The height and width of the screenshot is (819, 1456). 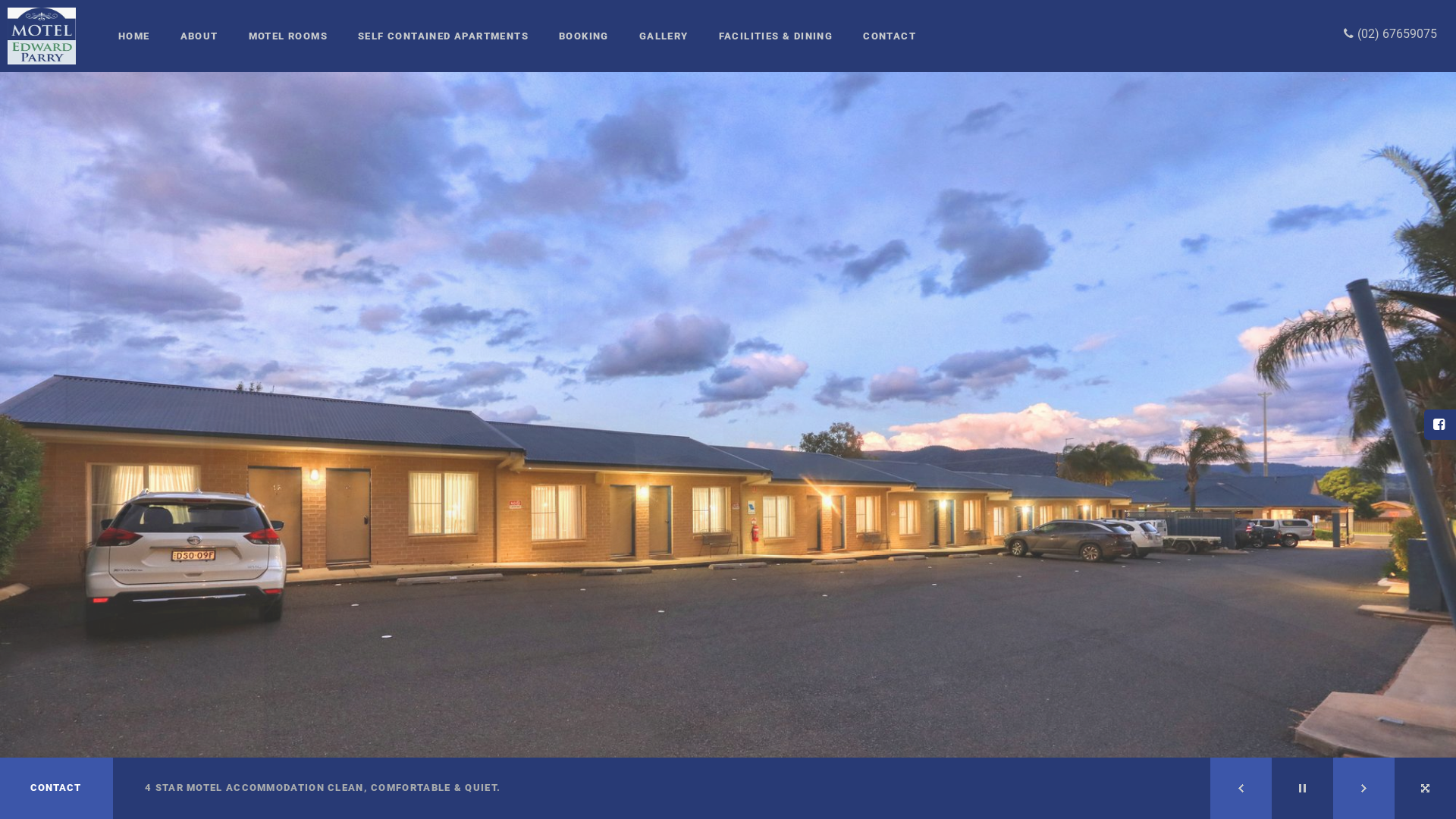 I want to click on '(02) 67659075', so click(x=1395, y=33).